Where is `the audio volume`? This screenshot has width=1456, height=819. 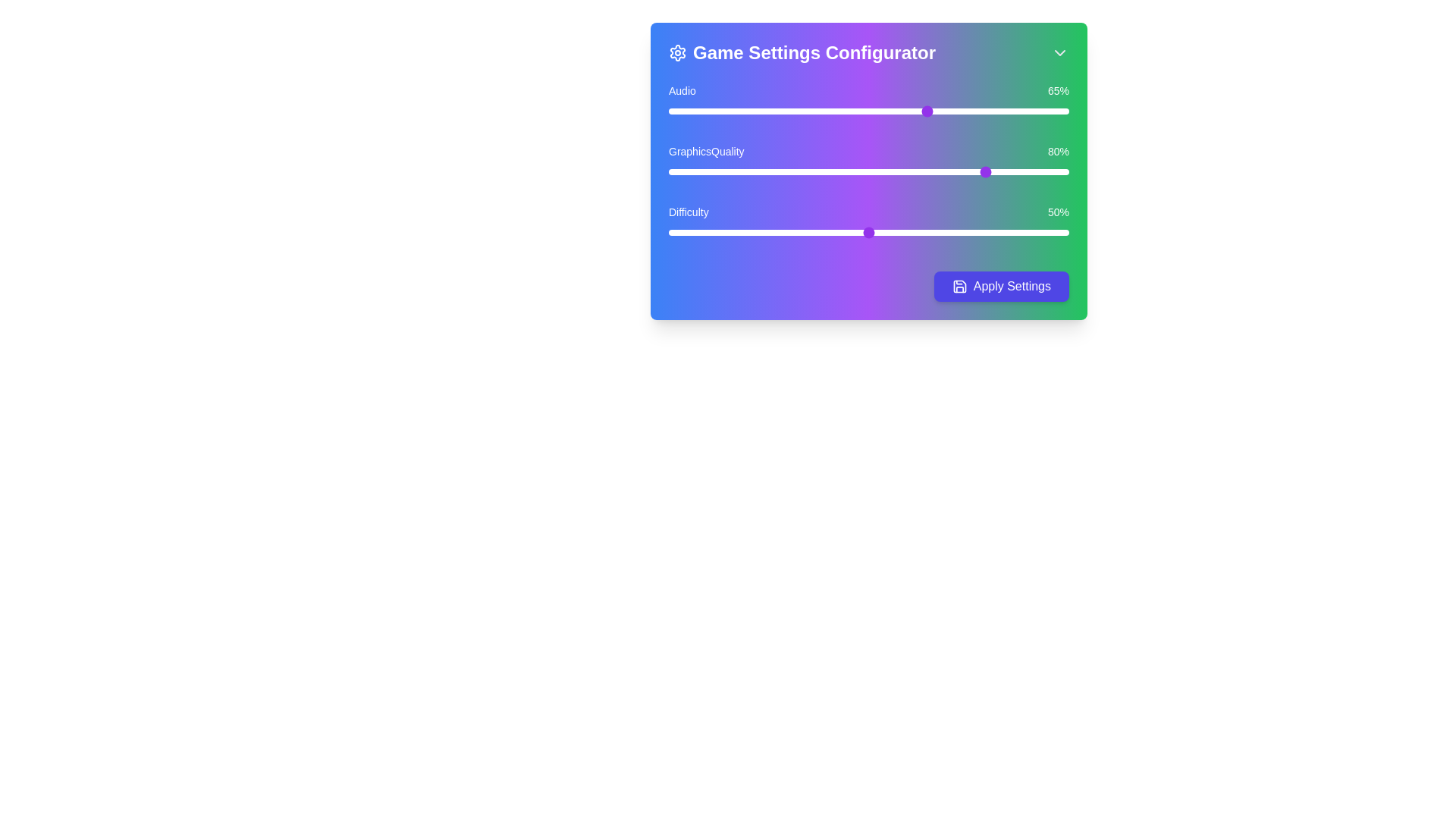
the audio volume is located at coordinates (869, 110).